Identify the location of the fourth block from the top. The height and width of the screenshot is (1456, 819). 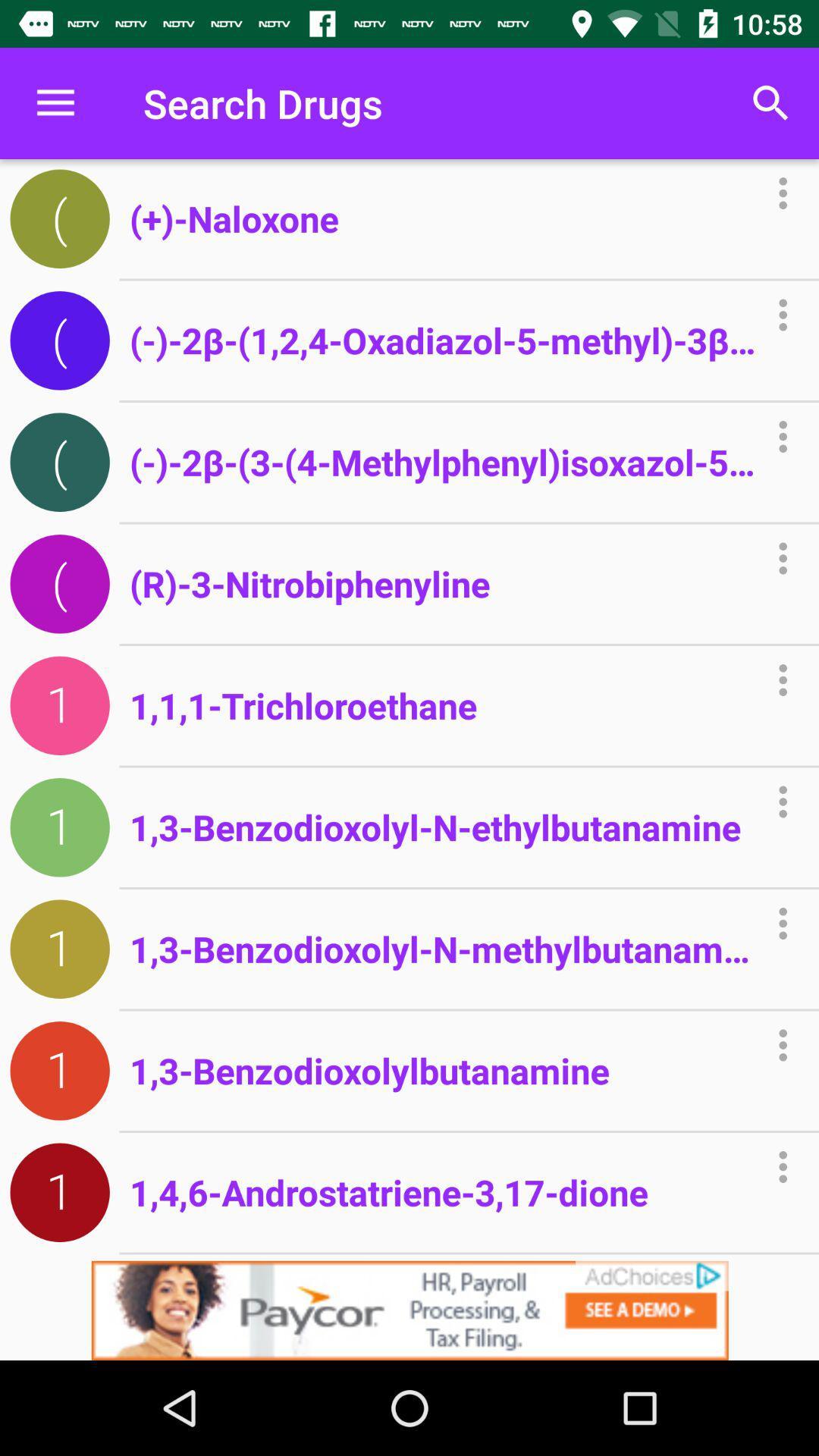
(59, 583).